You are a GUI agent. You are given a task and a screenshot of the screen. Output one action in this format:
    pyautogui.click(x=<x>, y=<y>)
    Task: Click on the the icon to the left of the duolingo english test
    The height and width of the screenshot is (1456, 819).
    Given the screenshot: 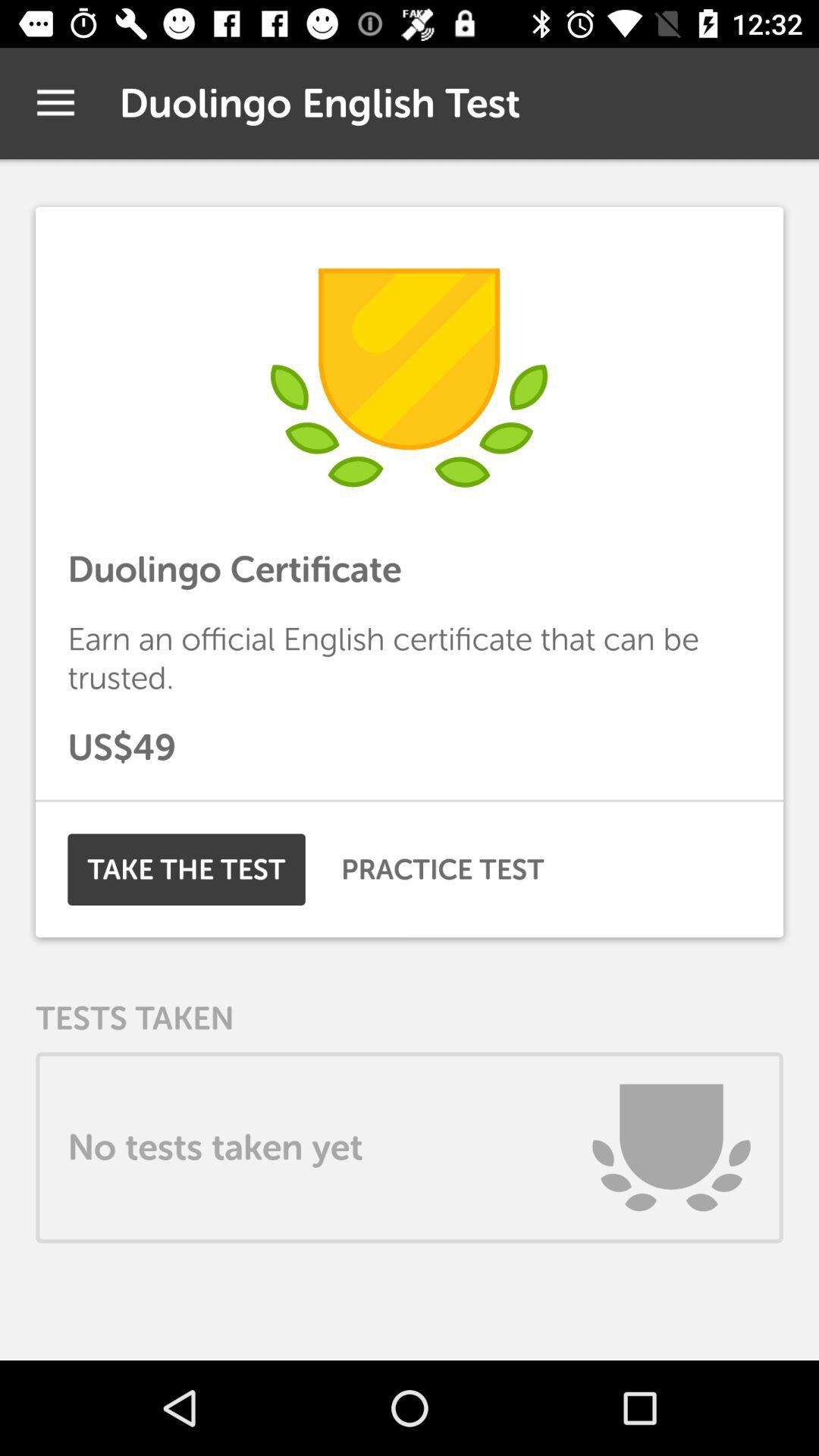 What is the action you would take?
    pyautogui.click(x=55, y=102)
    